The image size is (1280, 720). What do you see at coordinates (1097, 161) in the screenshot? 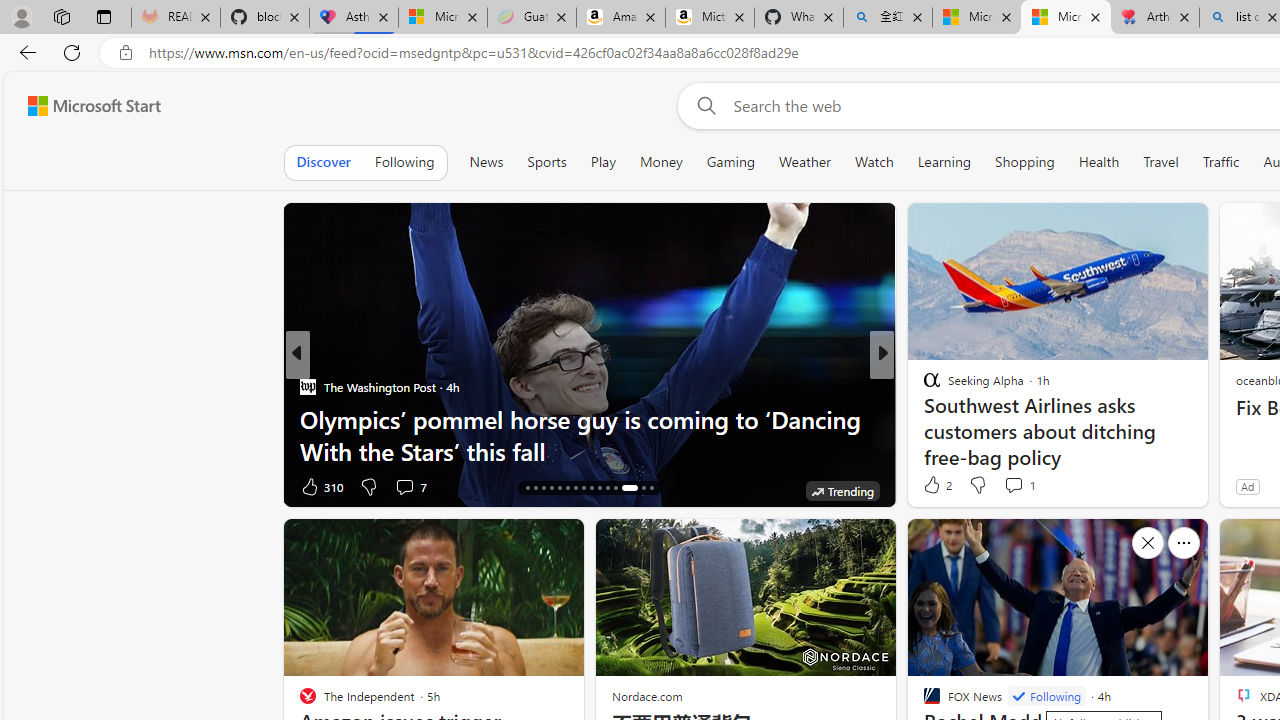
I see `'Health'` at bounding box center [1097, 161].